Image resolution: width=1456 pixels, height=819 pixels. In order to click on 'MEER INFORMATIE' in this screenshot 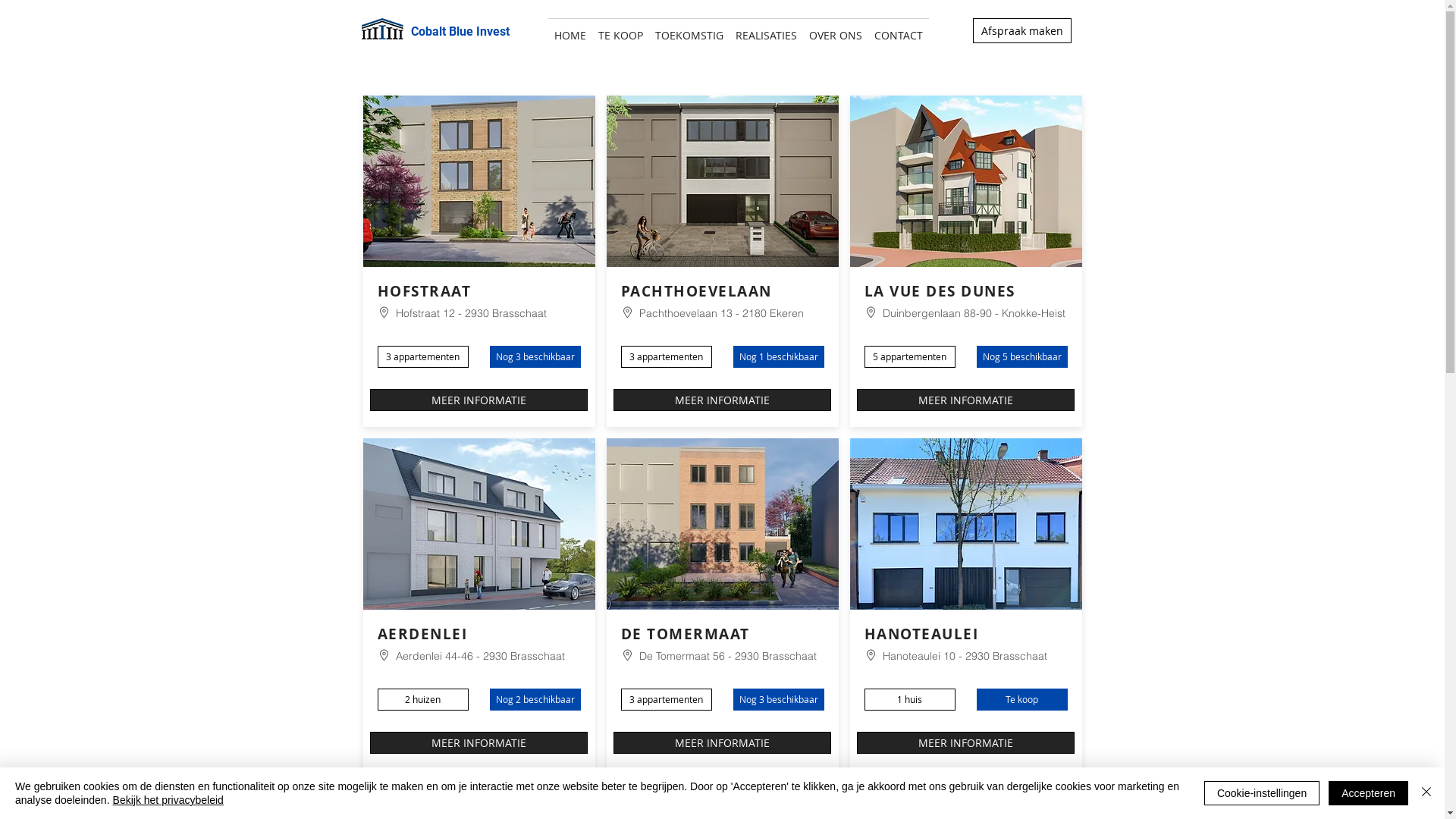, I will do `click(965, 399)`.